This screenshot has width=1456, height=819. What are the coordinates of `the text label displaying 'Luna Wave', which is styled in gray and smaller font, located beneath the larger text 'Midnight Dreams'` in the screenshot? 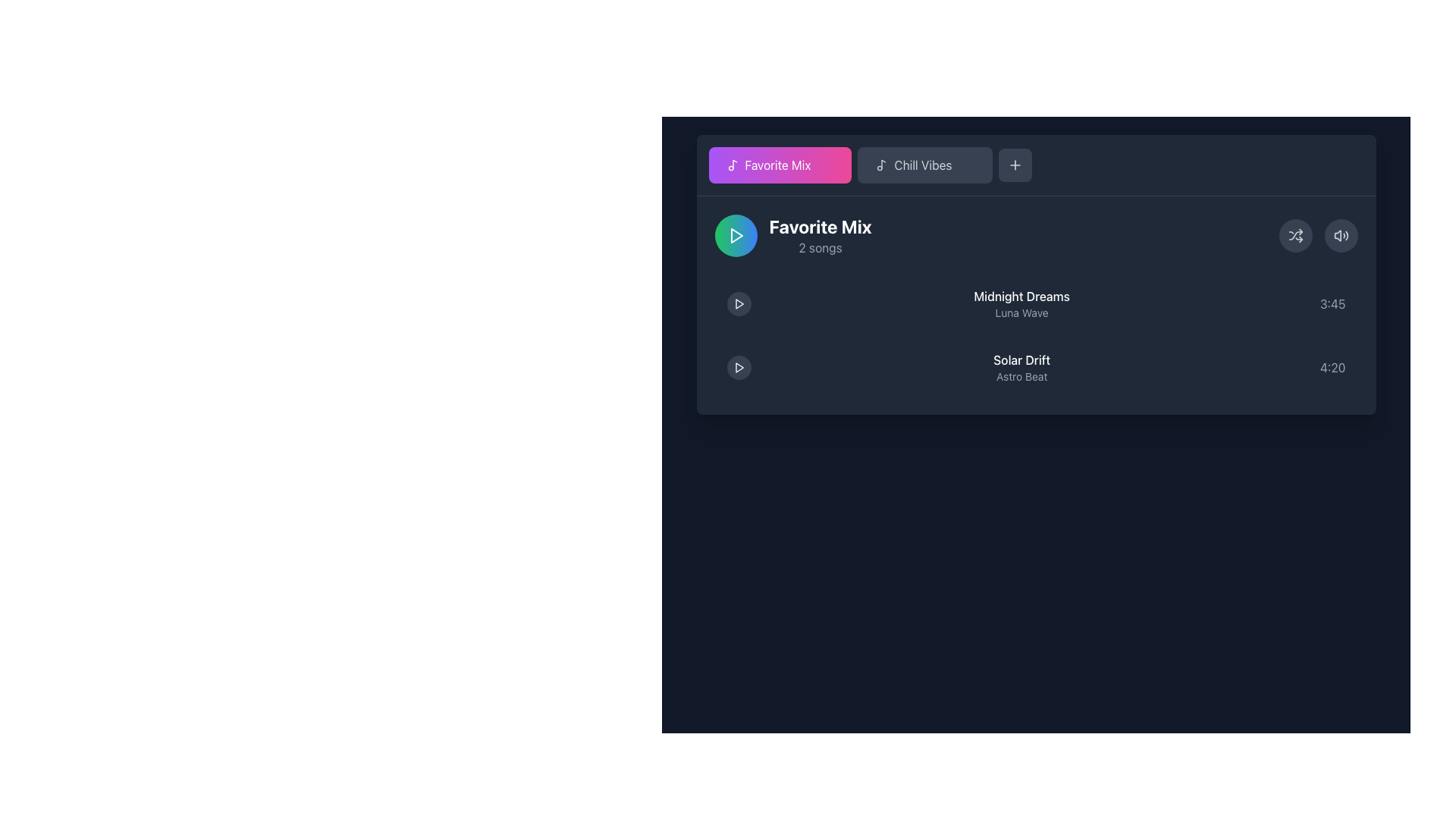 It's located at (1021, 312).